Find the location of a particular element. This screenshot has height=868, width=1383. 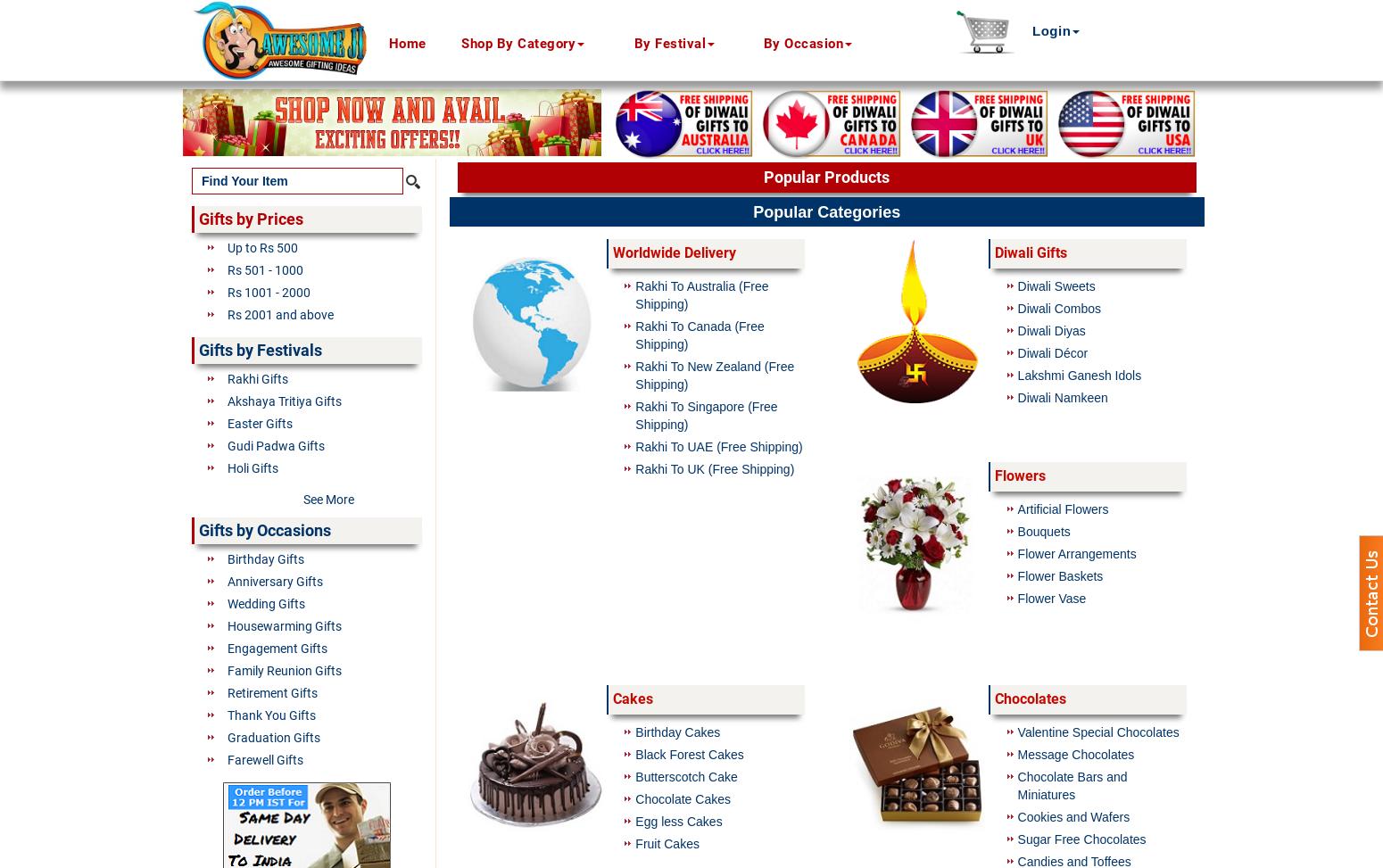

'Birthday Gifts' is located at coordinates (266, 558).